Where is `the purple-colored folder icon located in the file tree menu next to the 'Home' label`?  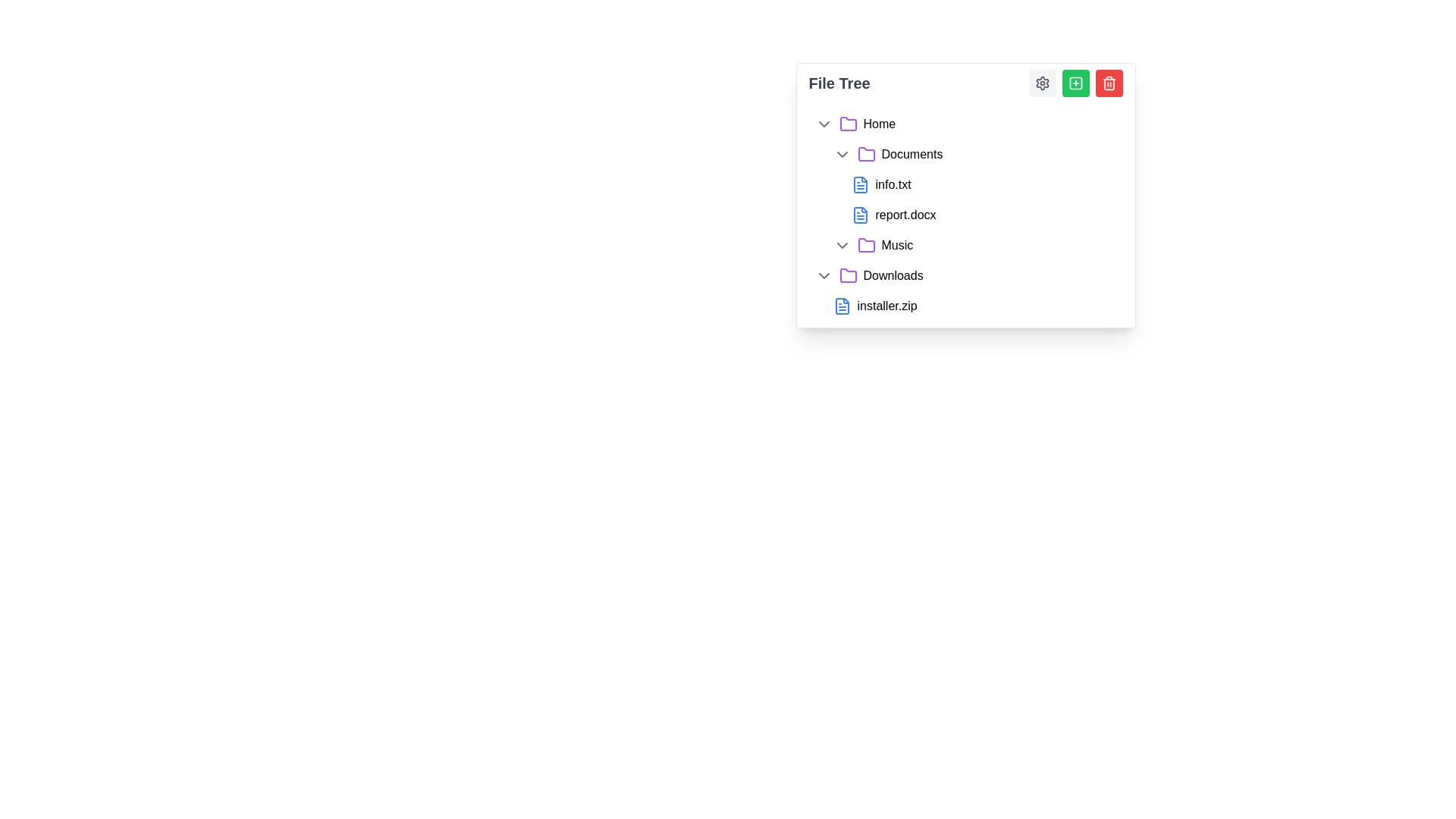 the purple-colored folder icon located in the file tree menu next to the 'Home' label is located at coordinates (847, 124).